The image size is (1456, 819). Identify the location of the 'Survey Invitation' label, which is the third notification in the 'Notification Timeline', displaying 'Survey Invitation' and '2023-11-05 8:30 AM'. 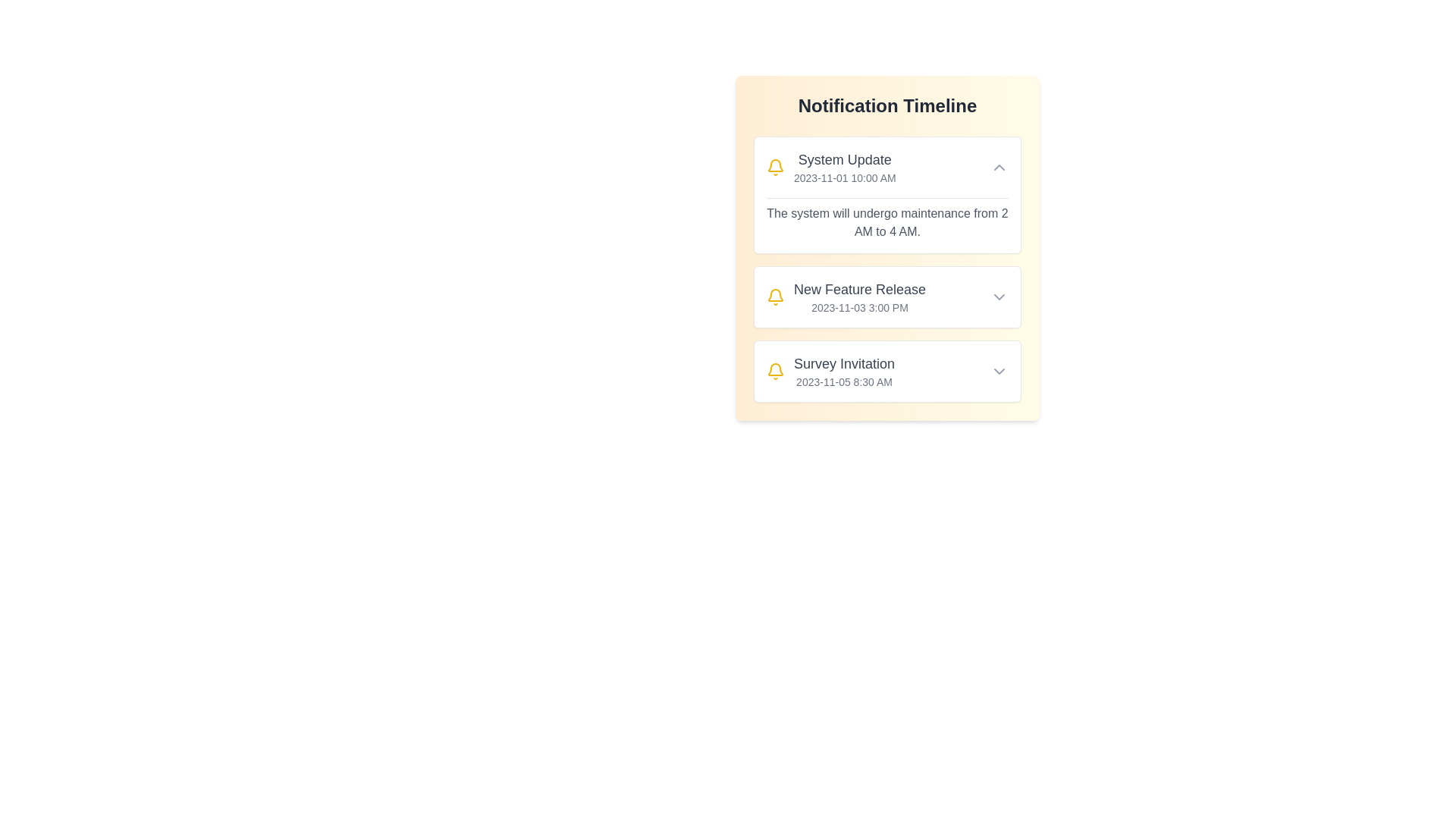
(843, 371).